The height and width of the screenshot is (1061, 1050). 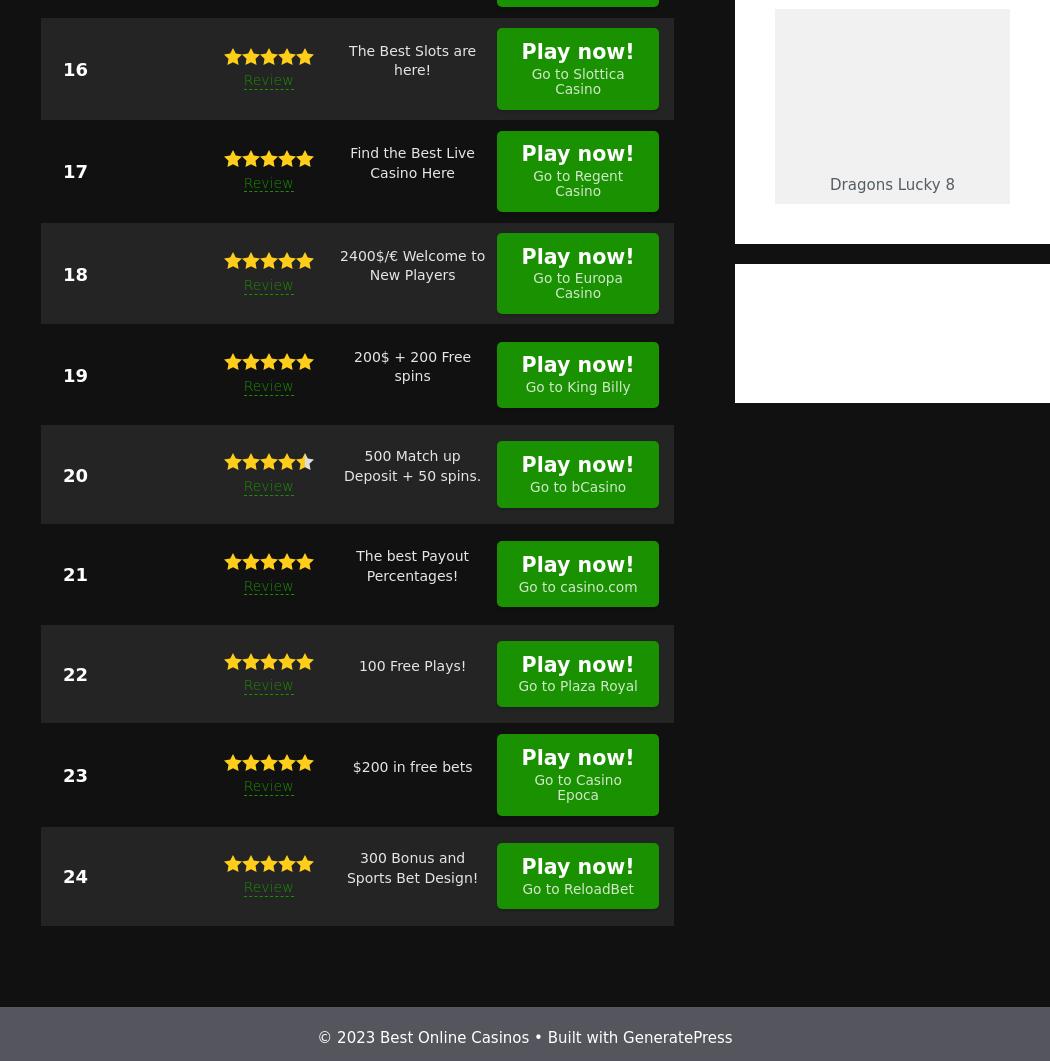 What do you see at coordinates (412, 564) in the screenshot?
I see `'The best Payout Percentages!'` at bounding box center [412, 564].